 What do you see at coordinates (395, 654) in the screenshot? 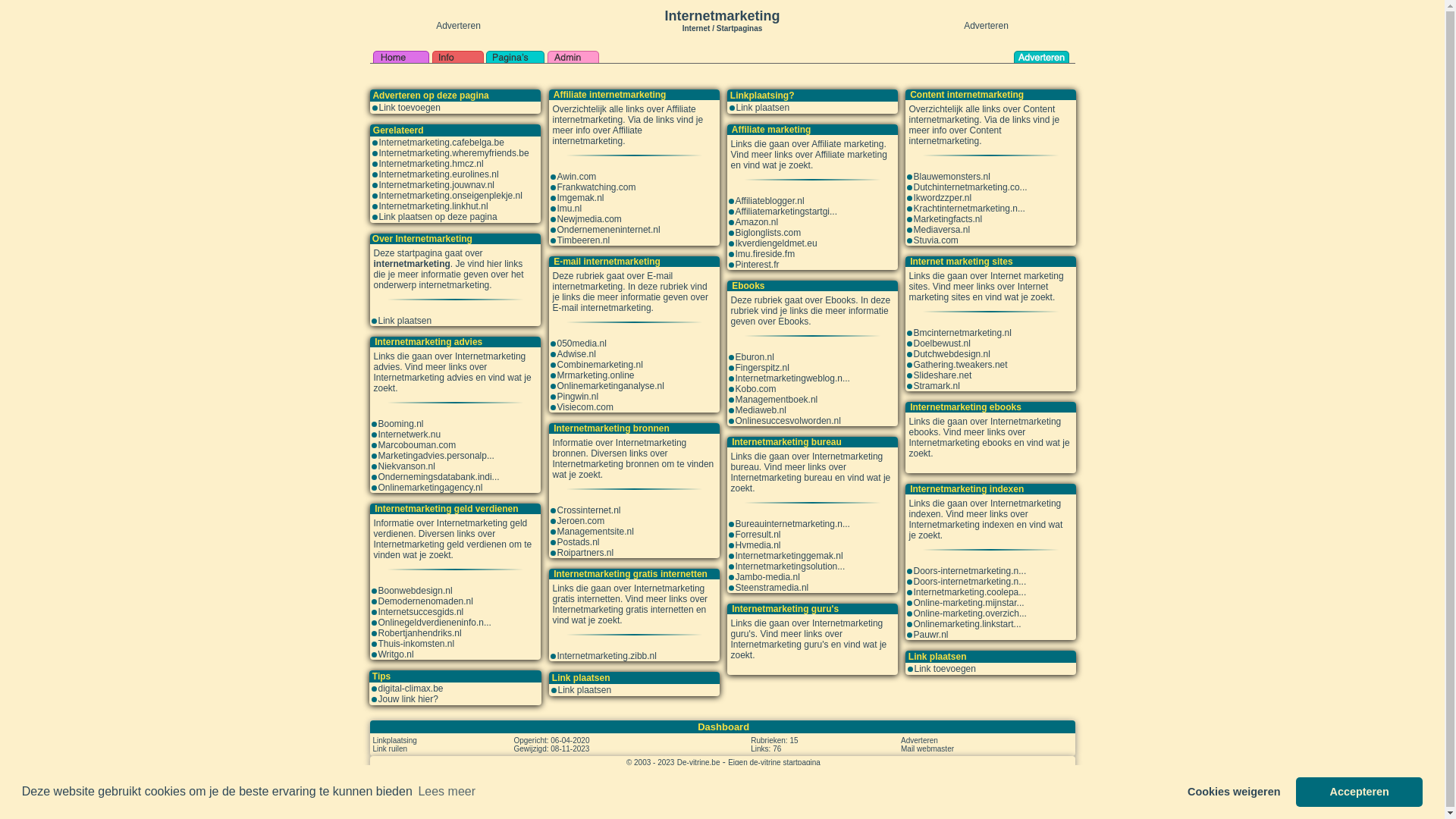
I see `'Writgo.nl'` at bounding box center [395, 654].